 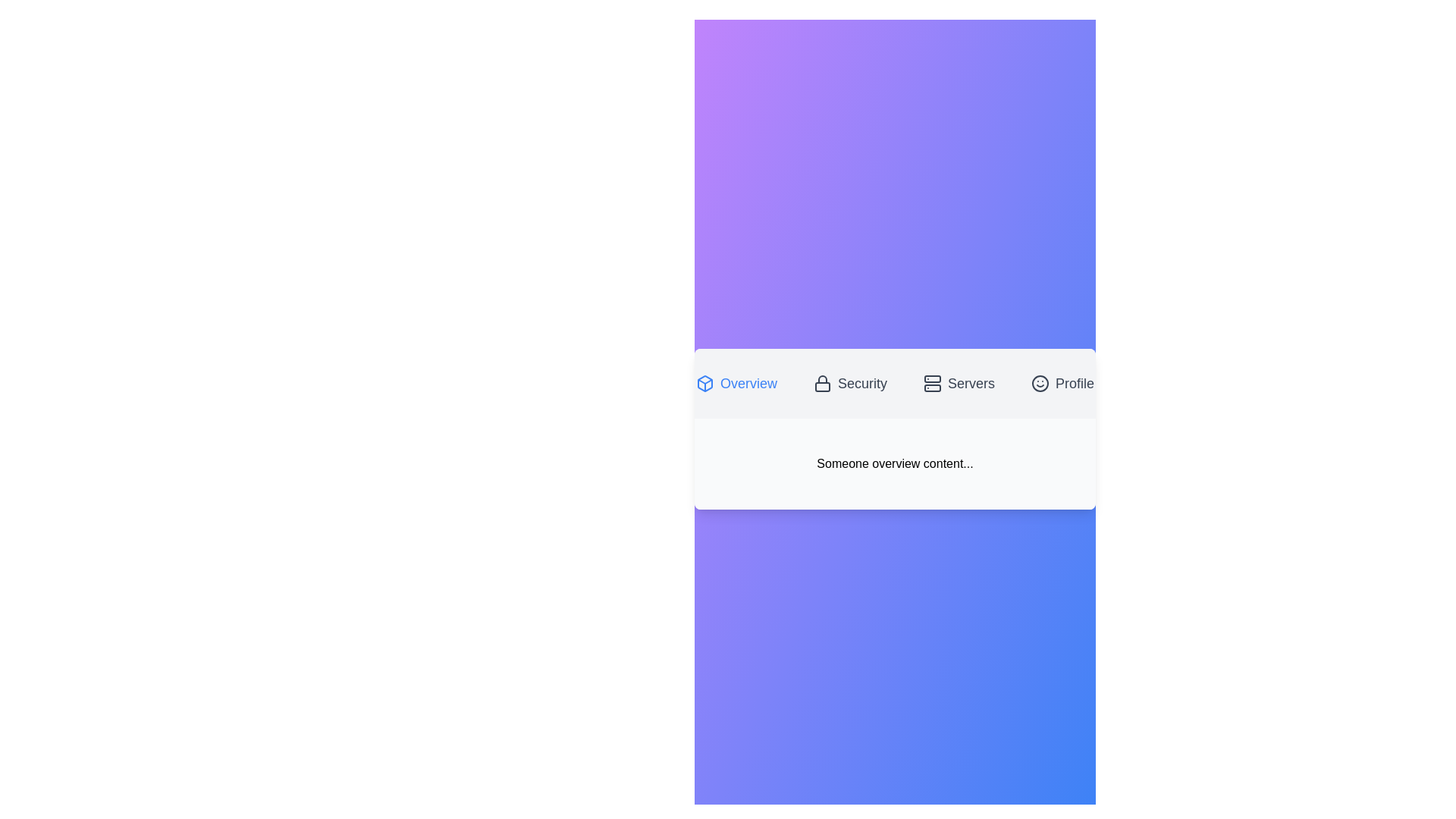 What do you see at coordinates (1062, 382) in the screenshot?
I see `the navigation button that leads to the user's profile section, located at the rightmost side of the navigation bar, to change its background color` at bounding box center [1062, 382].